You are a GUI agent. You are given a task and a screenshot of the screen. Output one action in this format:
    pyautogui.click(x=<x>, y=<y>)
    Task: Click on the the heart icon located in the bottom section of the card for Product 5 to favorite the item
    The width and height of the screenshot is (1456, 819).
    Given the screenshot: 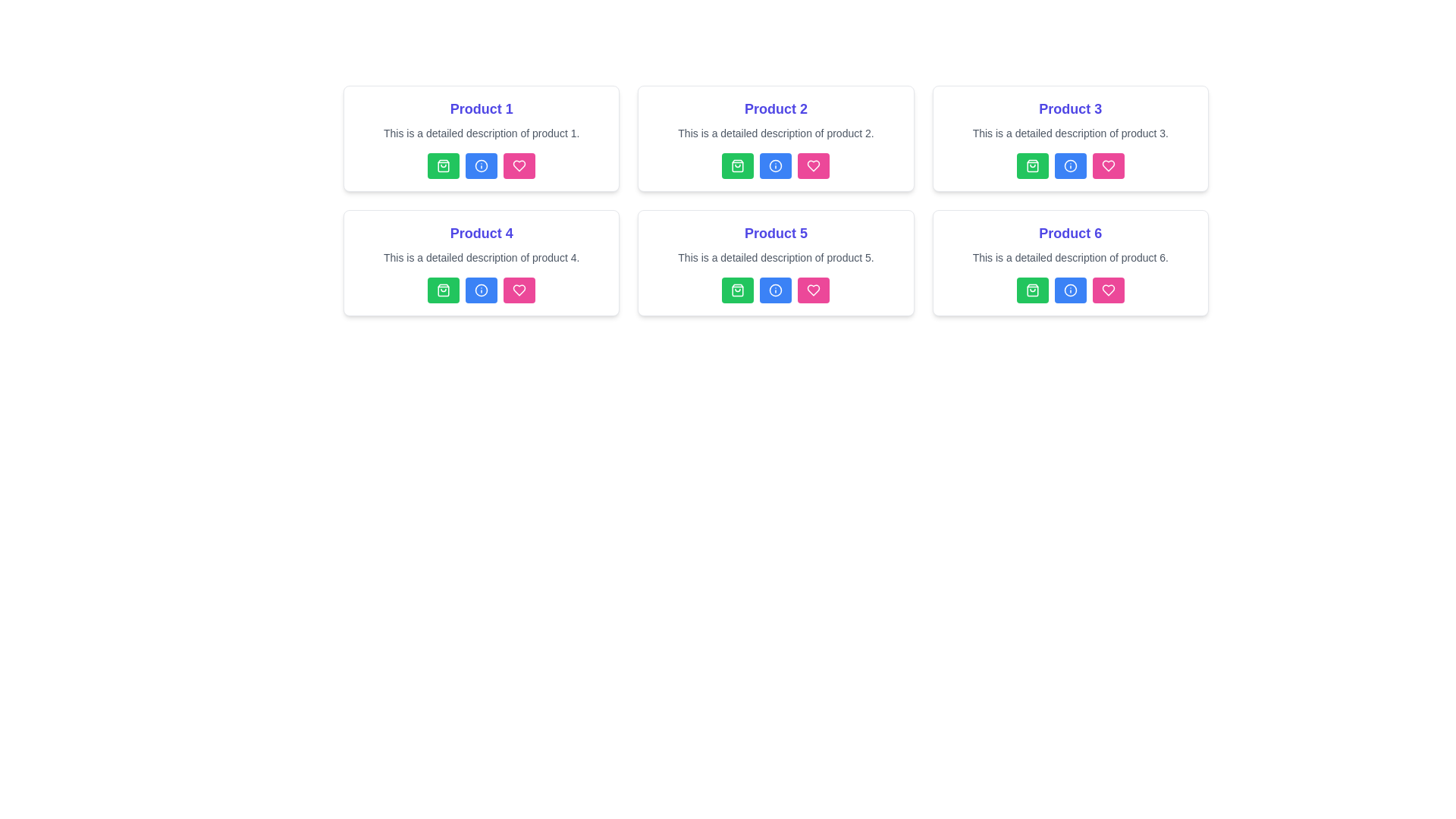 What is the action you would take?
    pyautogui.click(x=813, y=290)
    